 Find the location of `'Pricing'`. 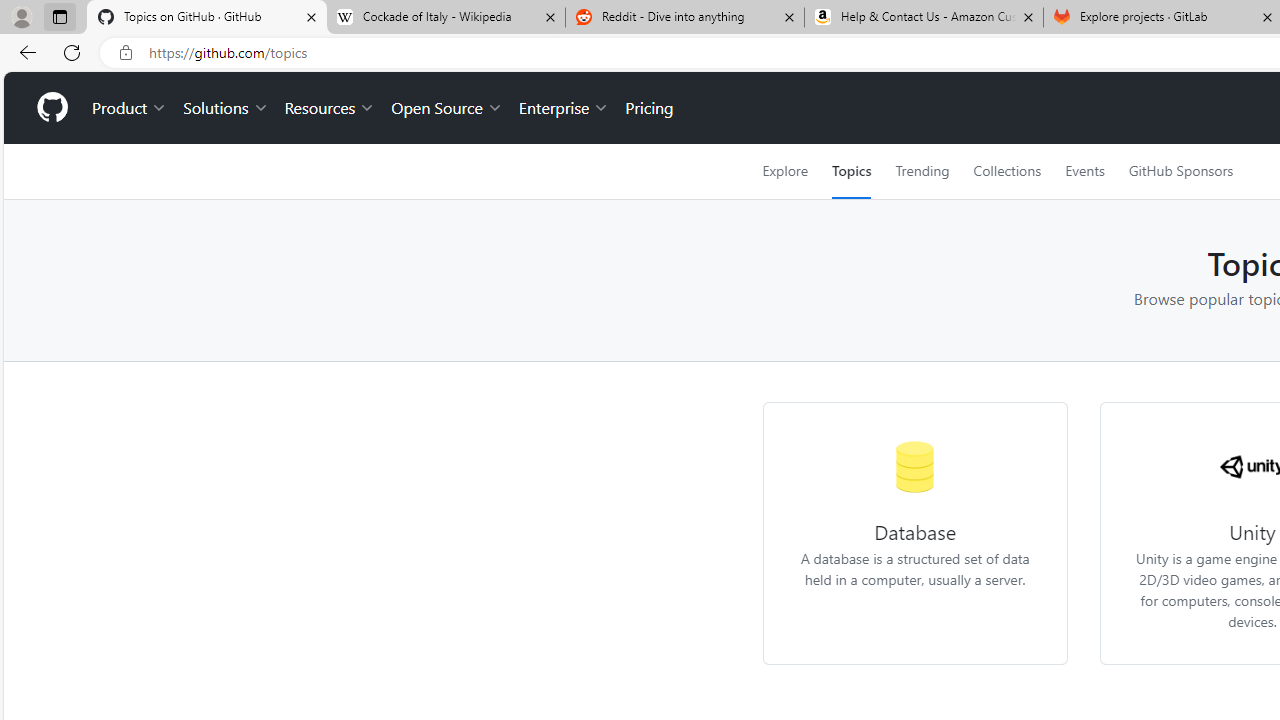

'Pricing' is located at coordinates (649, 108).